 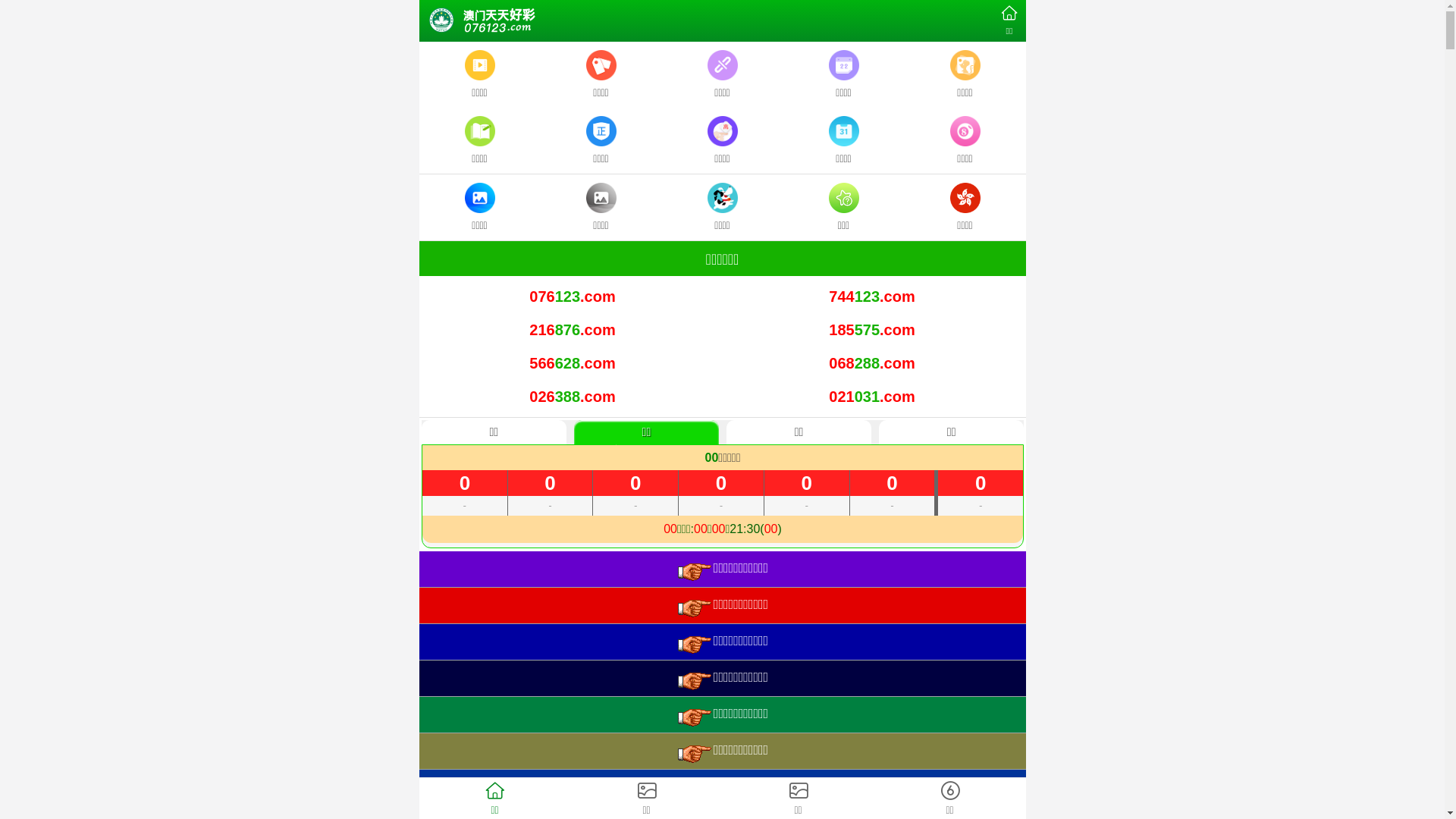 I want to click on '566628.com', so click(x=572, y=363).